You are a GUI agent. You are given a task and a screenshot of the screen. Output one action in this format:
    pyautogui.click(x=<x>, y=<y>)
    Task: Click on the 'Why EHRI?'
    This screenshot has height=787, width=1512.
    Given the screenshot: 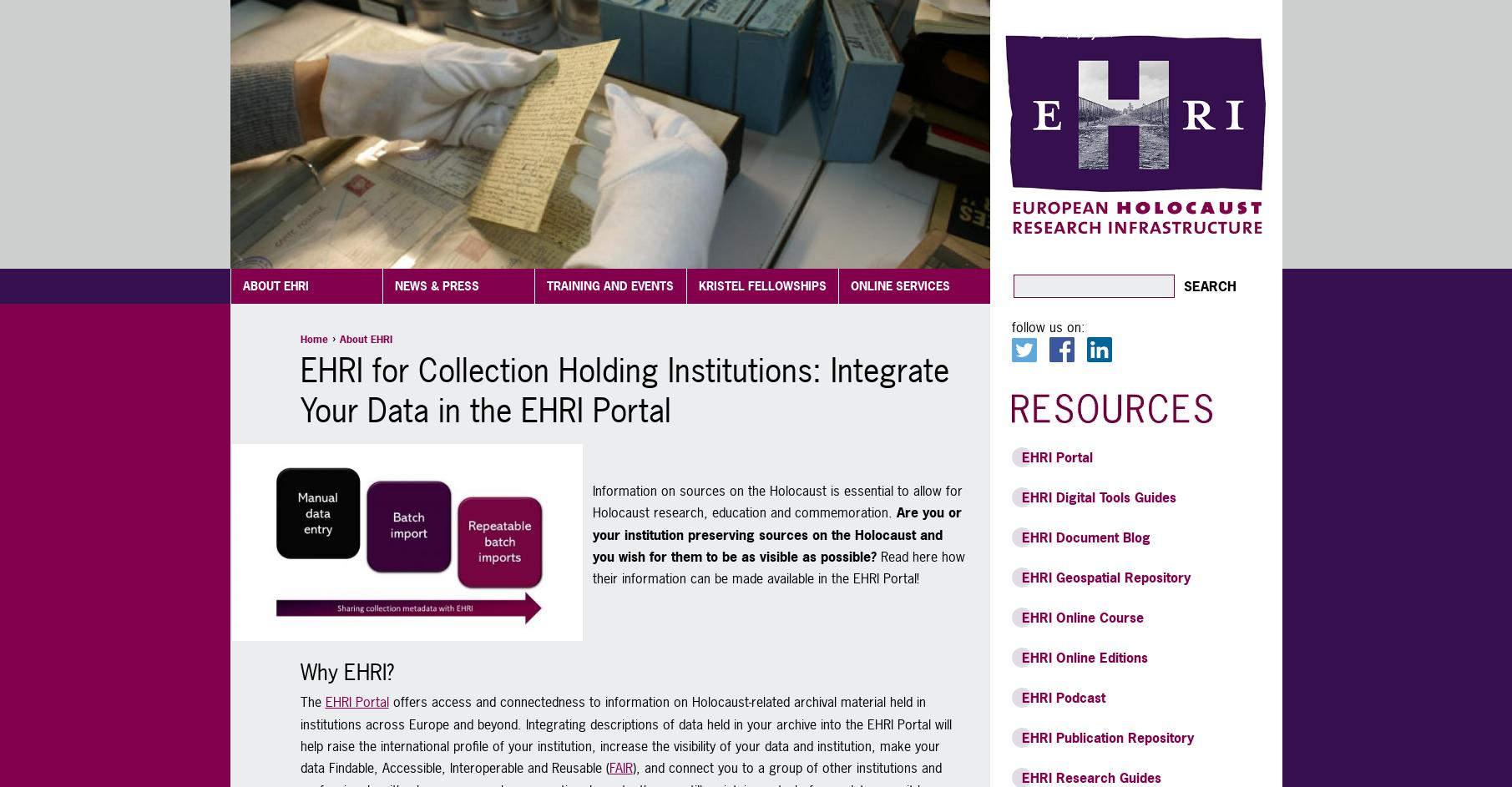 What is the action you would take?
    pyautogui.click(x=346, y=670)
    